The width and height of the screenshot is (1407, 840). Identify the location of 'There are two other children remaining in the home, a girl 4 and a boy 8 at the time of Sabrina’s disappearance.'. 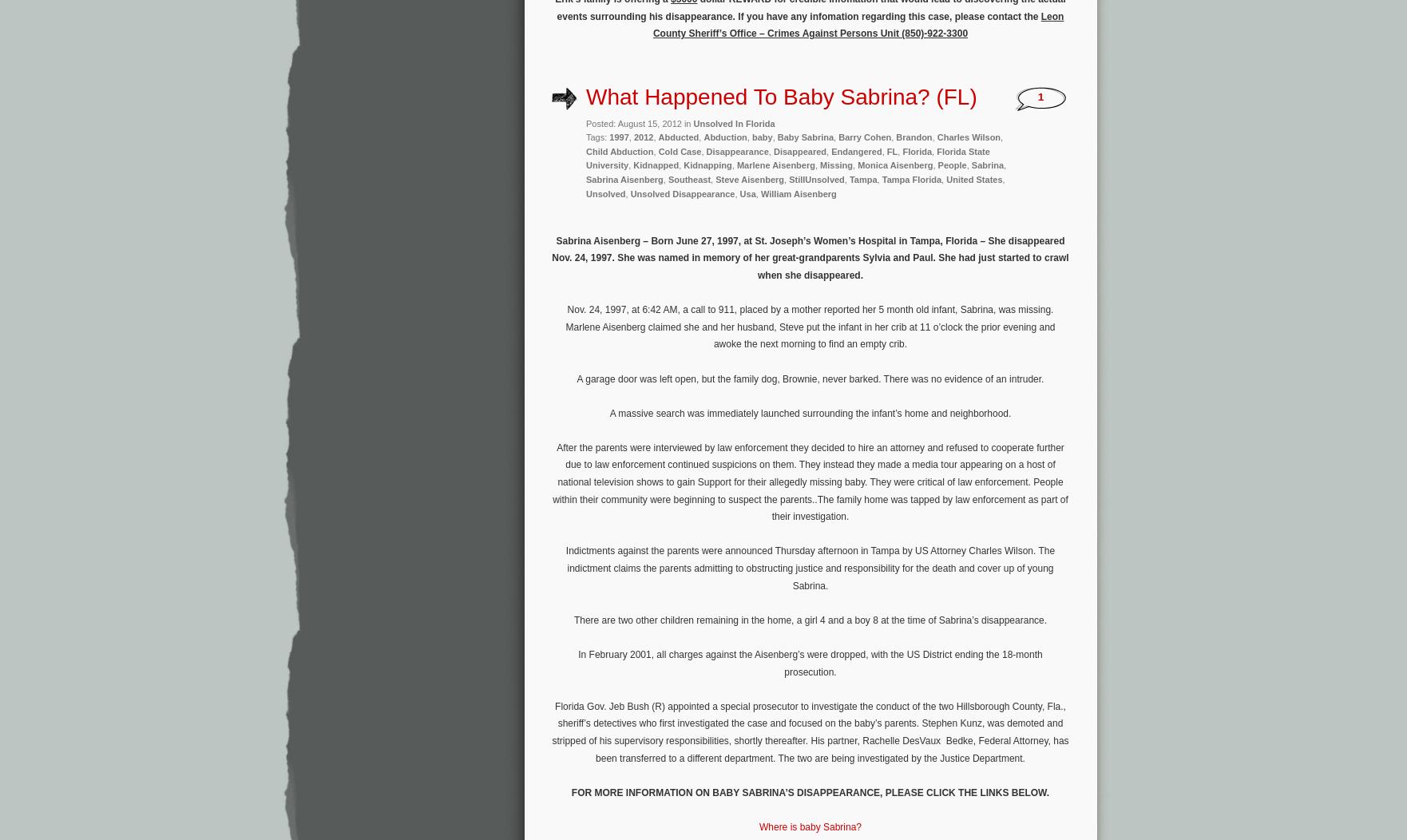
(810, 618).